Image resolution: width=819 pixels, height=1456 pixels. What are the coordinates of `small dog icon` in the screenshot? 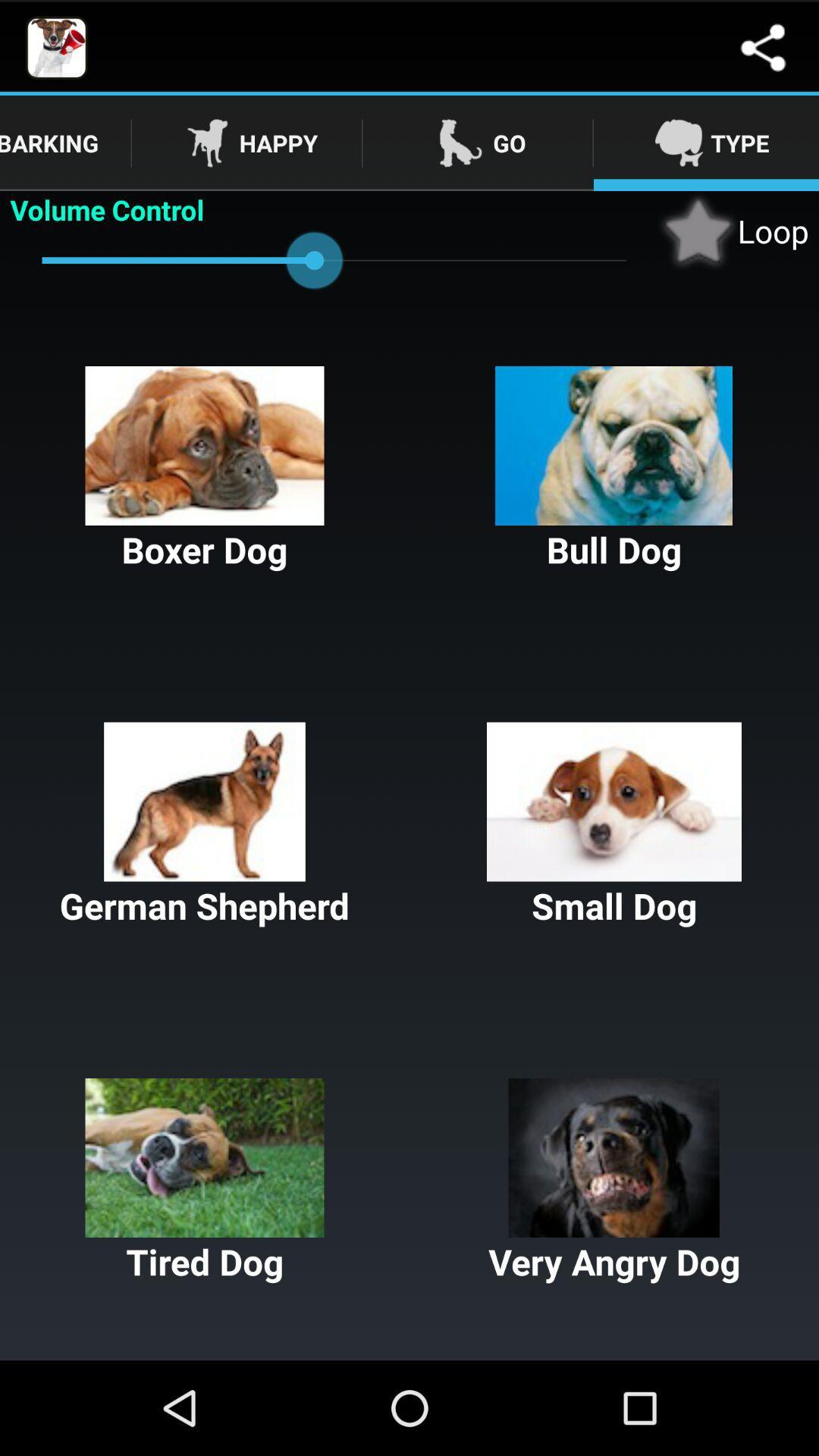 It's located at (614, 825).